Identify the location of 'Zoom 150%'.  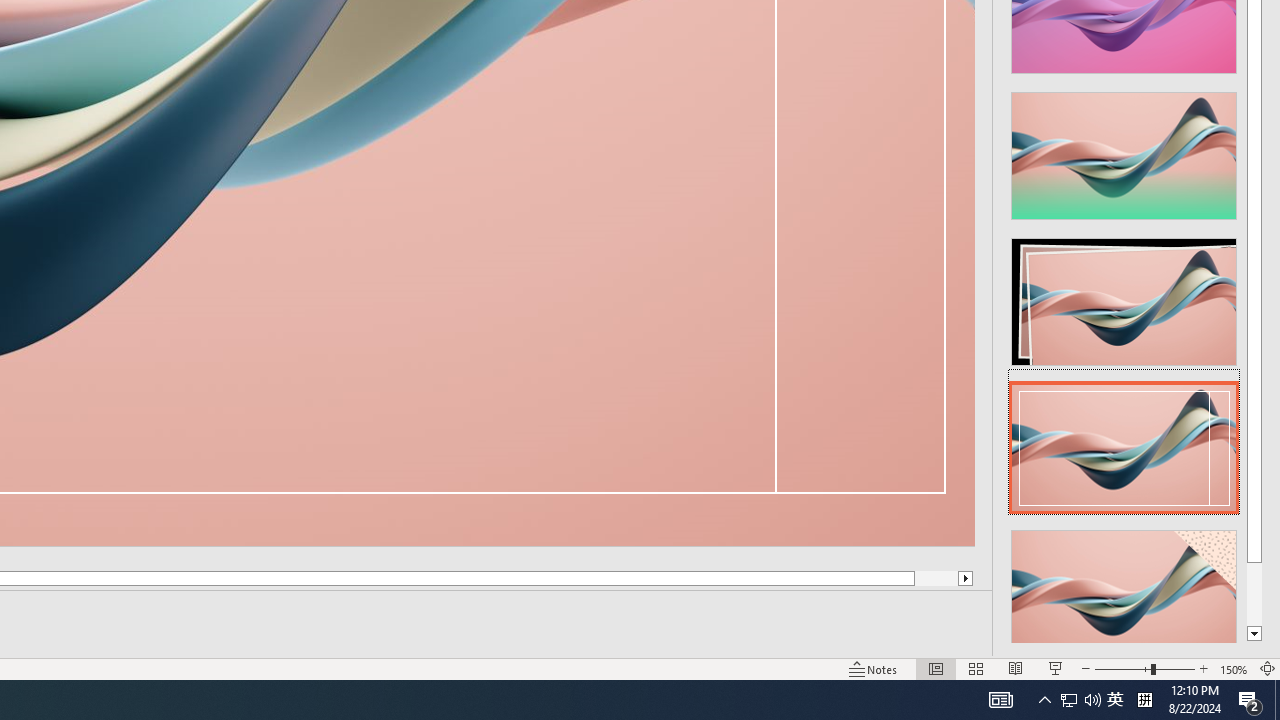
(1233, 669).